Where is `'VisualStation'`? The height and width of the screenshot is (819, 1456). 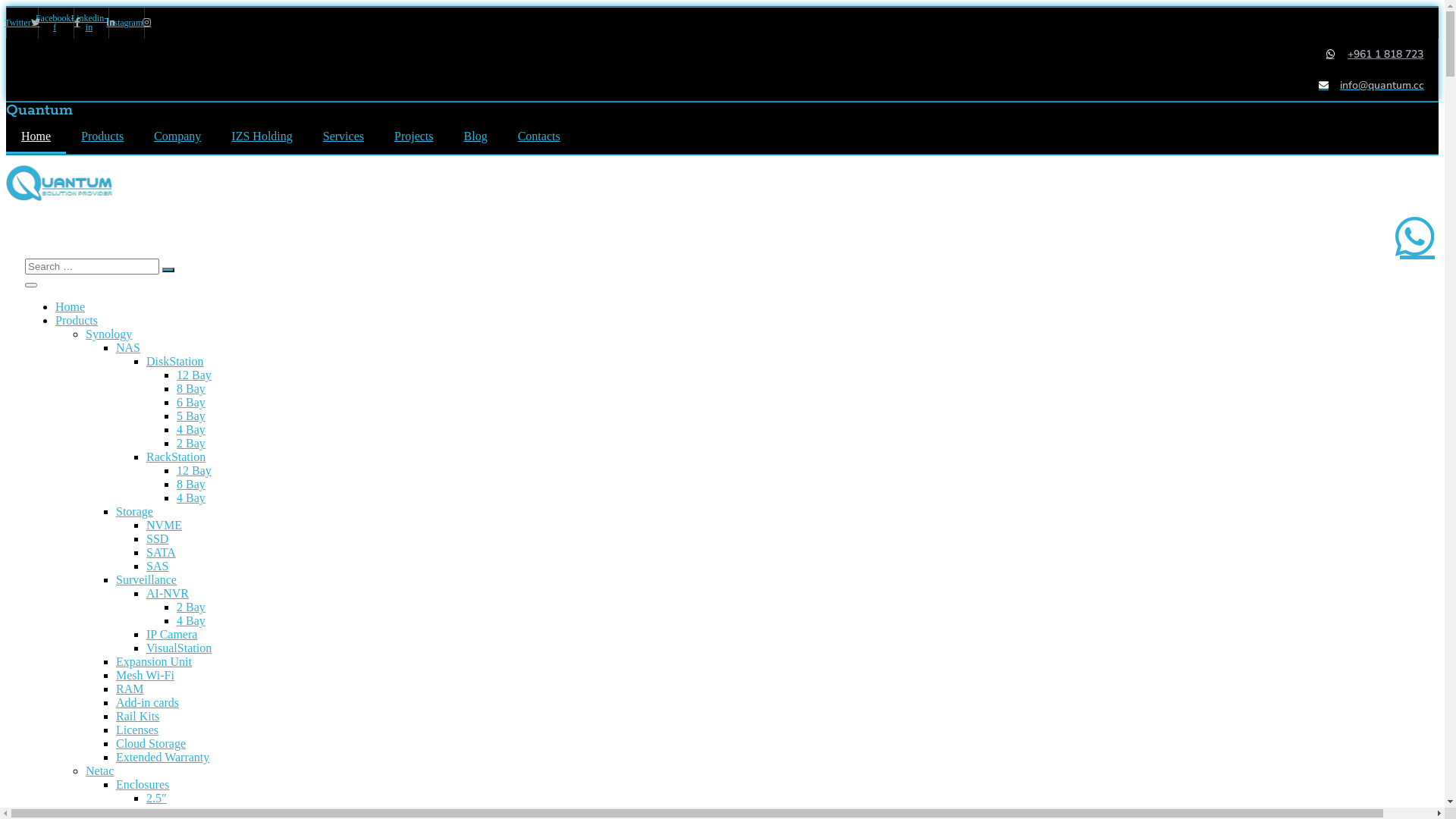
'VisualStation' is located at coordinates (178, 648).